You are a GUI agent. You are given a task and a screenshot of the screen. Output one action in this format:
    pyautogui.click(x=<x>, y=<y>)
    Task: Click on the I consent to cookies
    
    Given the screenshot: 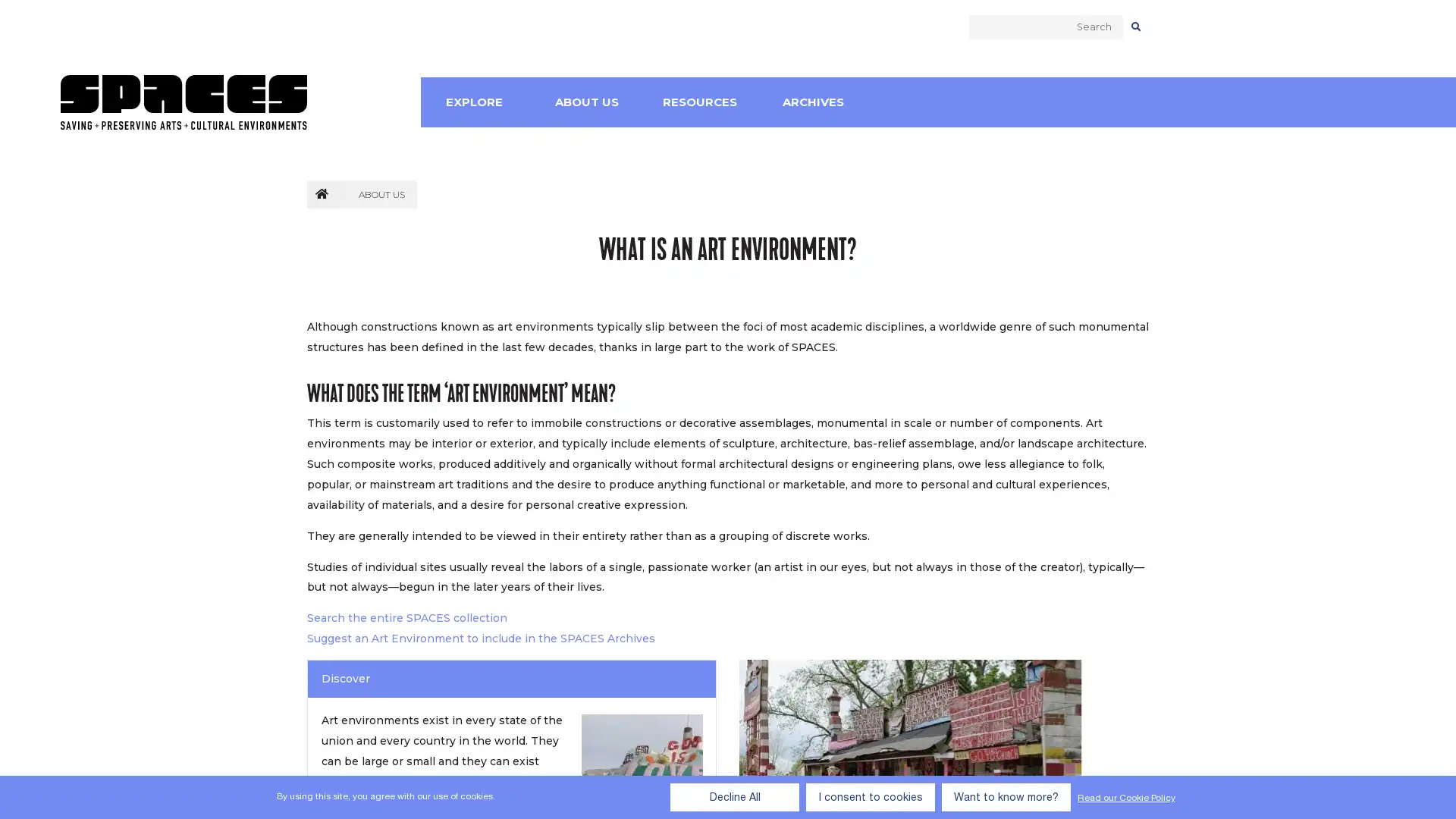 What is the action you would take?
    pyautogui.click(x=870, y=796)
    